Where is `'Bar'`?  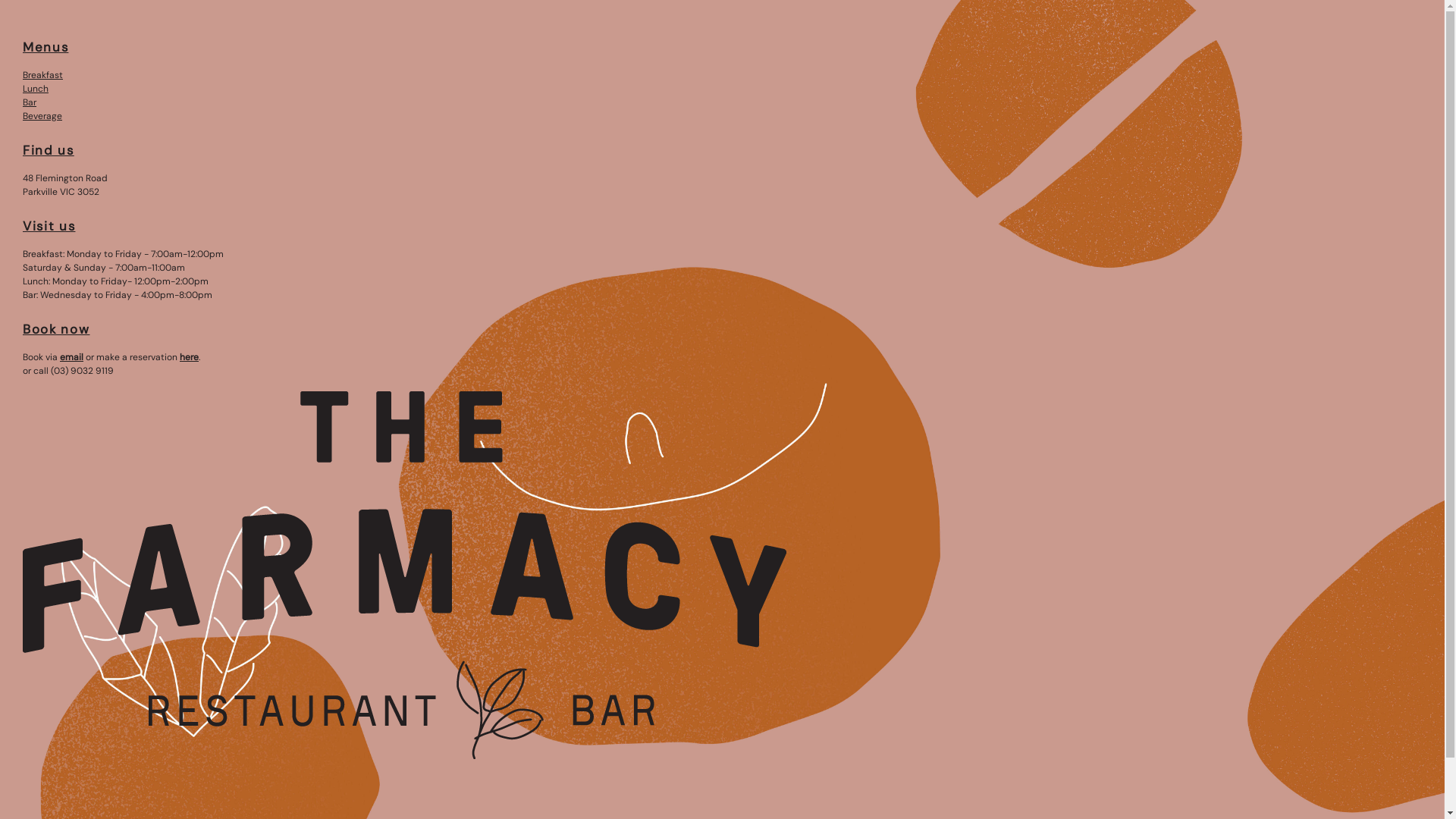 'Bar' is located at coordinates (22, 102).